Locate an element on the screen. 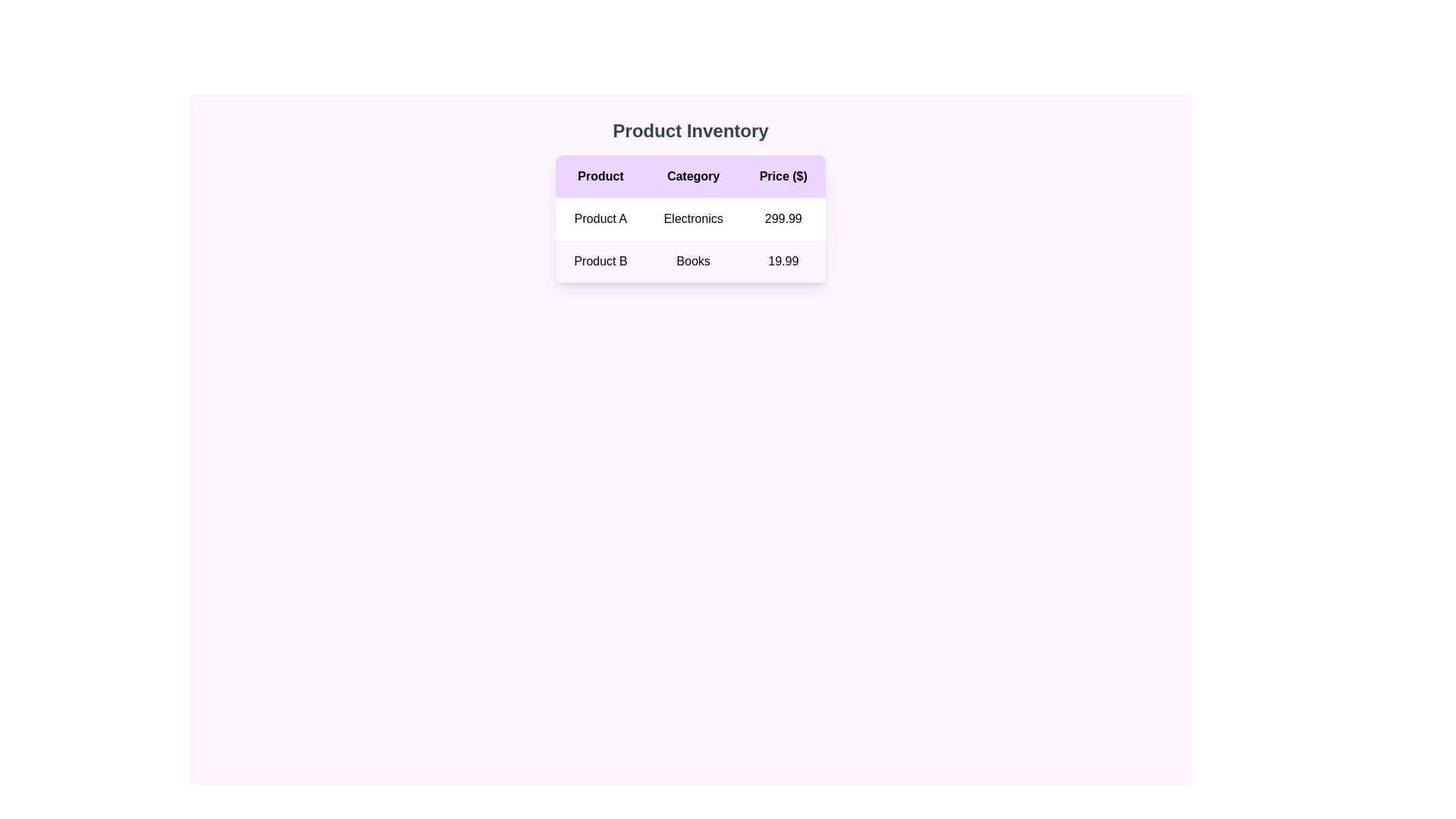  the static text field displaying the numeric text '19.99' which is styled with a clean font and is located in a light purple background under the 'Price ($)' column for 'Product B' is located at coordinates (783, 260).